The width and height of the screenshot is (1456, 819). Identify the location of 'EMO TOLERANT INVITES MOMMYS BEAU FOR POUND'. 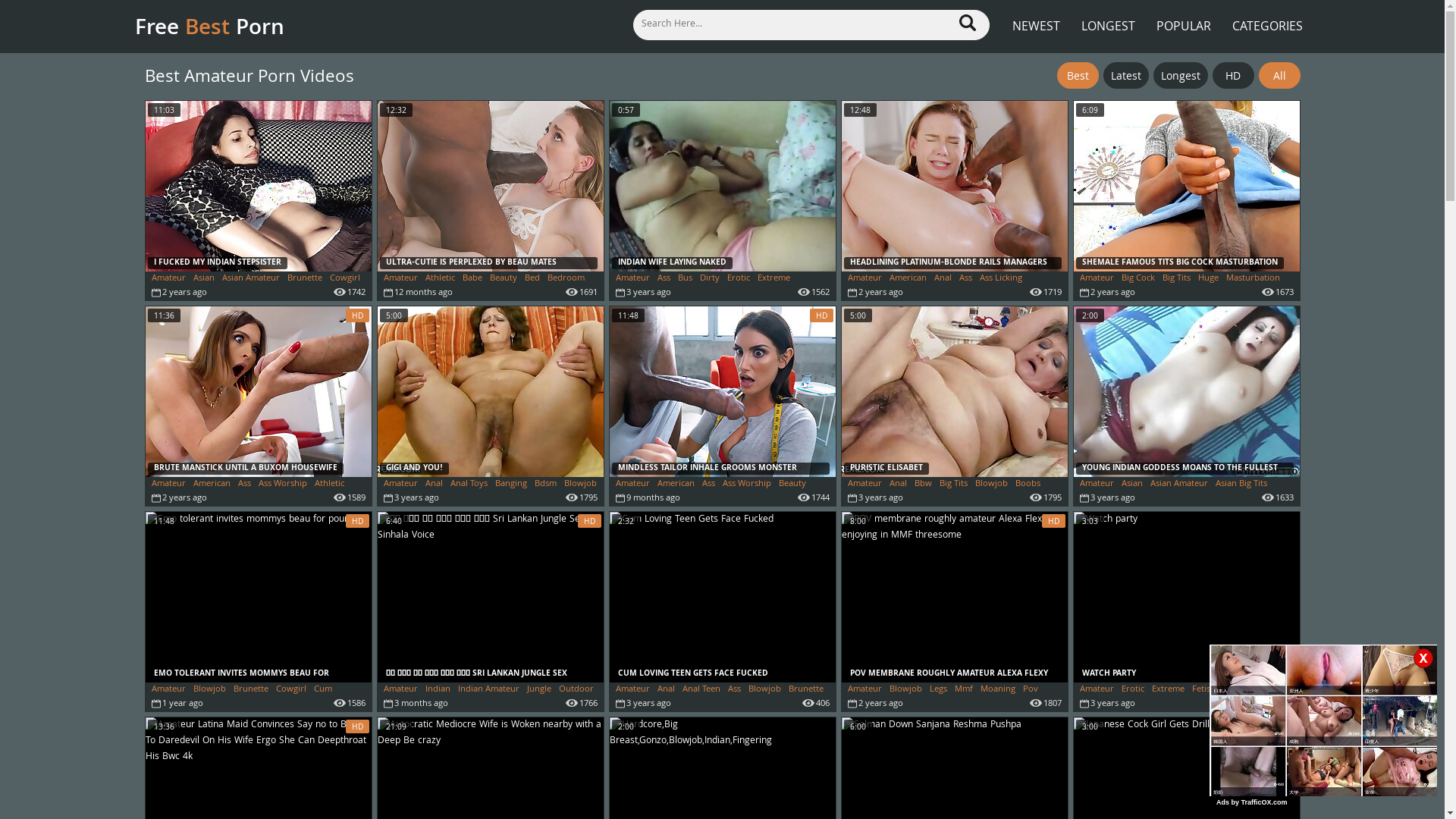
(258, 596).